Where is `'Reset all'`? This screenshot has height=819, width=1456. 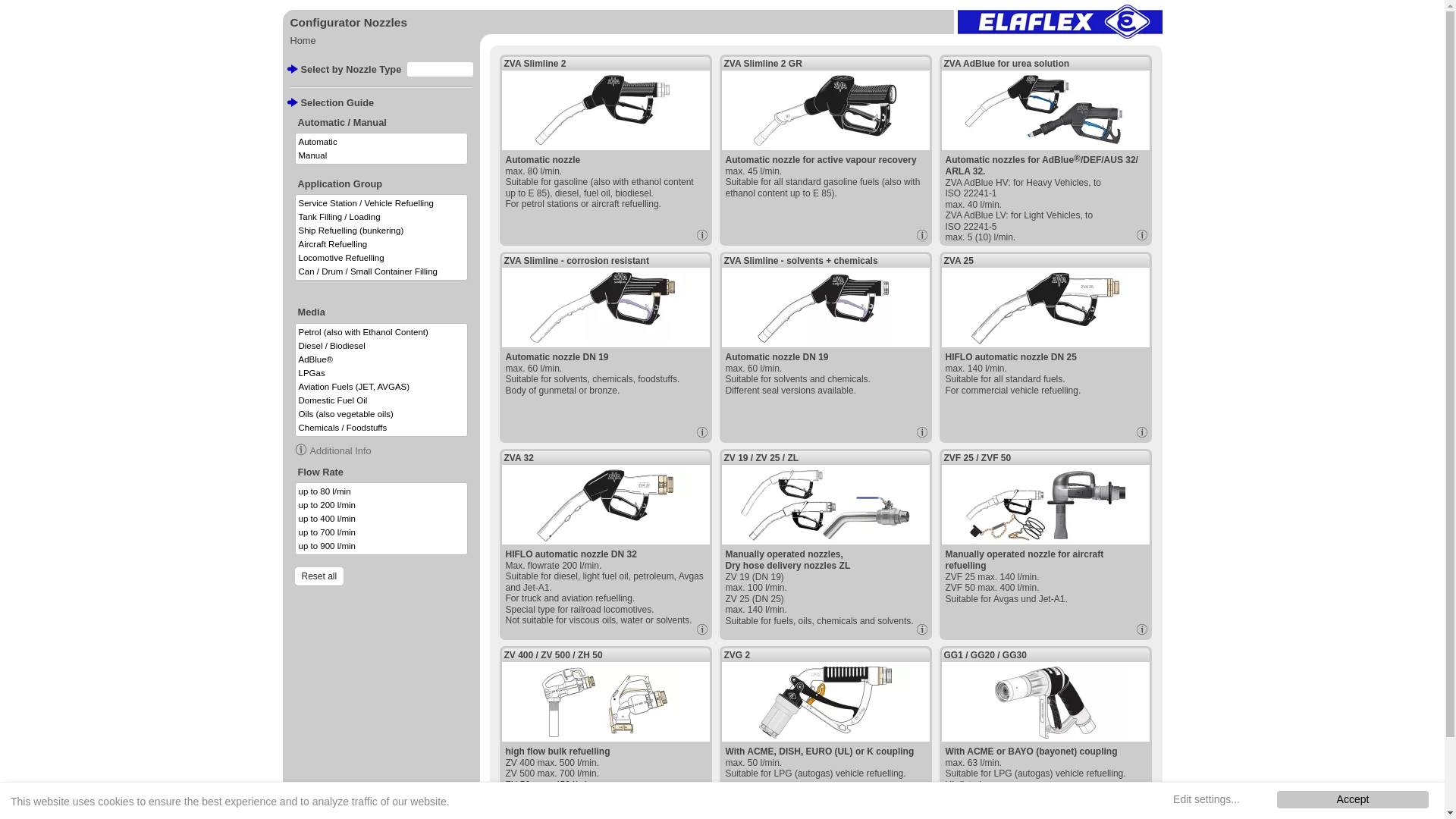
'Reset all' is located at coordinates (318, 576).